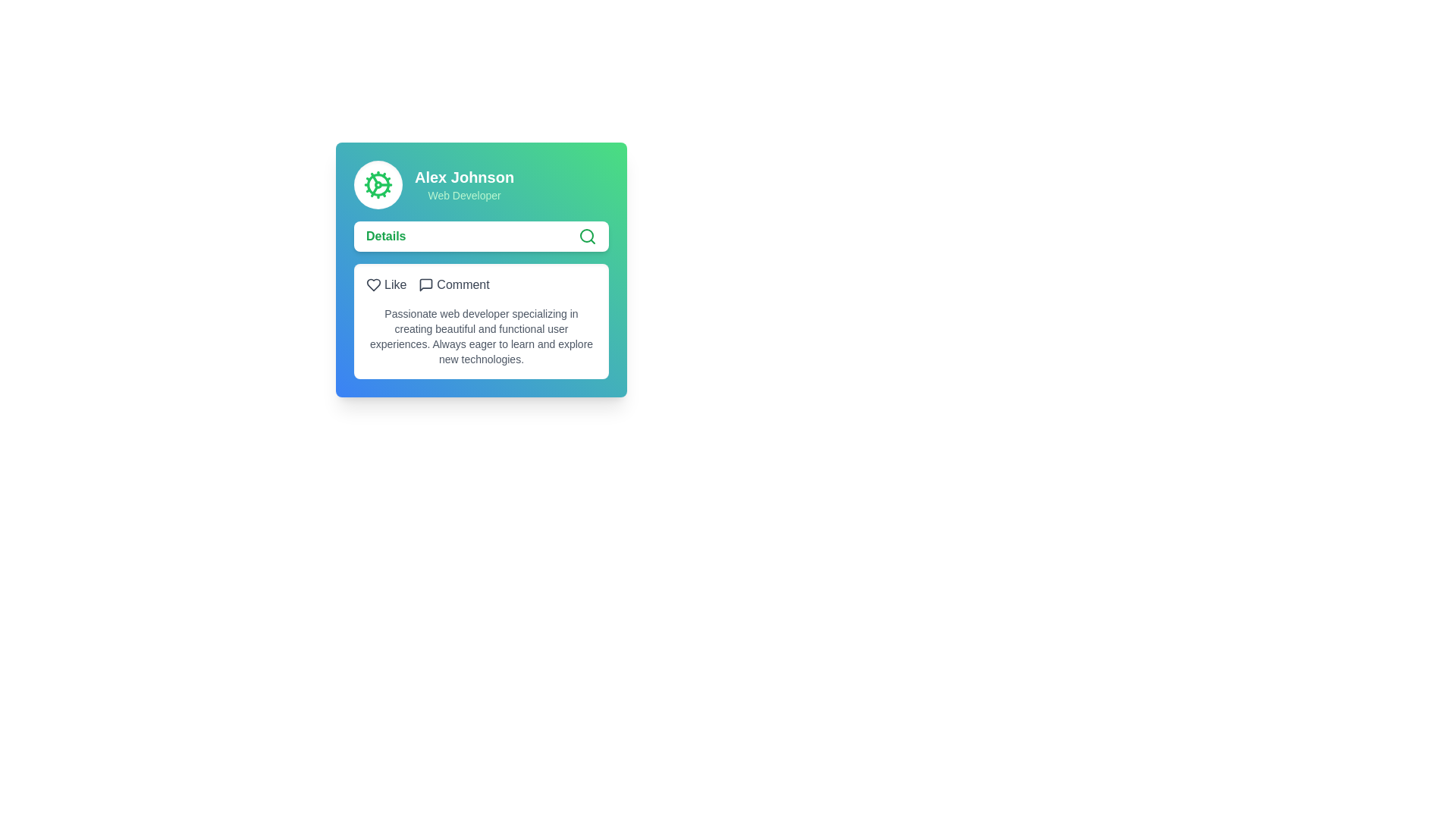 This screenshot has height=819, width=1456. Describe the element at coordinates (480, 184) in the screenshot. I see `the Profile Header Display featuring the circular icon with a green gear-like symbol and the text 'Alex Johnson'` at that location.